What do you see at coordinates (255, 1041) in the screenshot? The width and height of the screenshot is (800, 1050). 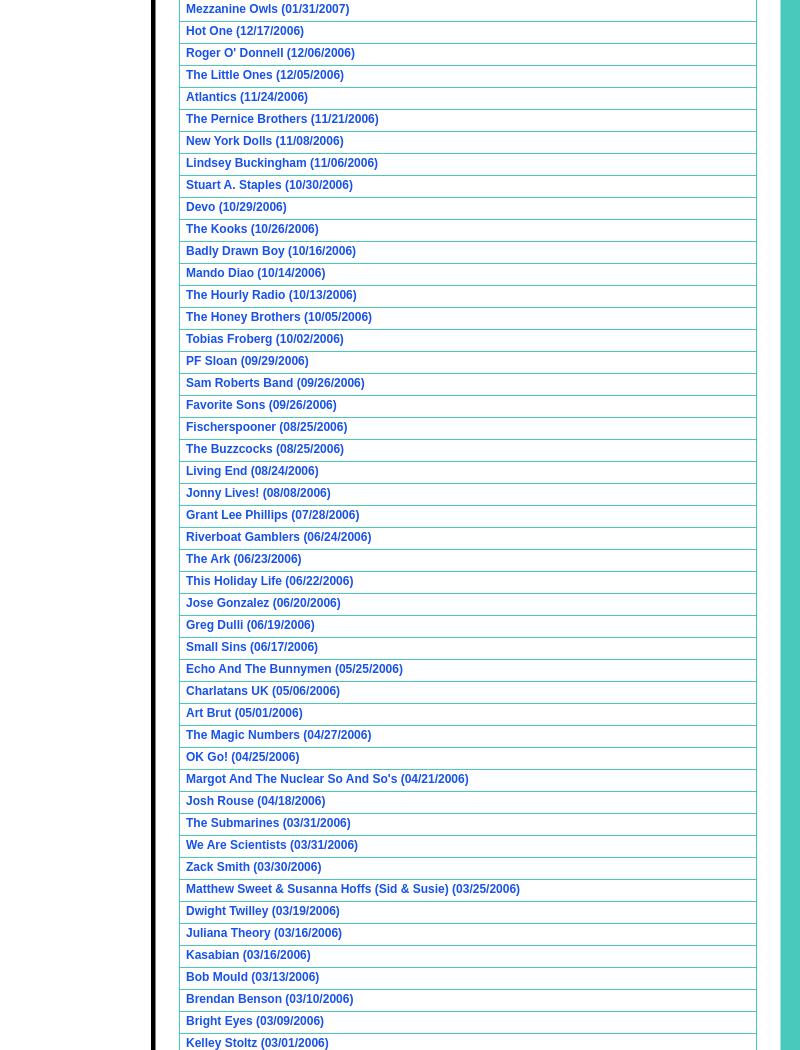 I see `'Kelley Stoltz (03/01/2006)'` at bounding box center [255, 1041].